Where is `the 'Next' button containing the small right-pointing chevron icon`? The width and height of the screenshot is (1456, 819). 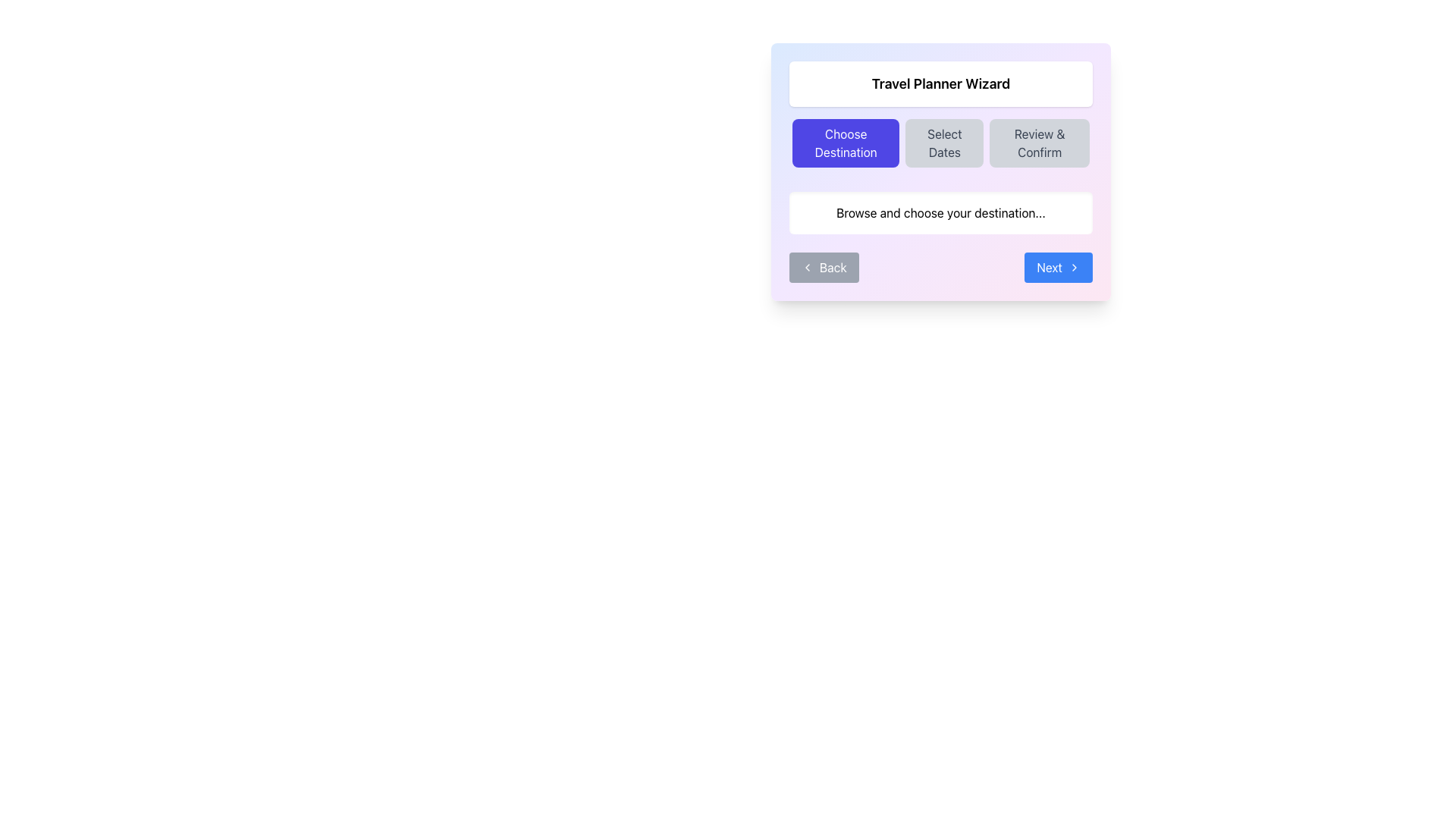
the 'Next' button containing the small right-pointing chevron icon is located at coordinates (1073, 267).